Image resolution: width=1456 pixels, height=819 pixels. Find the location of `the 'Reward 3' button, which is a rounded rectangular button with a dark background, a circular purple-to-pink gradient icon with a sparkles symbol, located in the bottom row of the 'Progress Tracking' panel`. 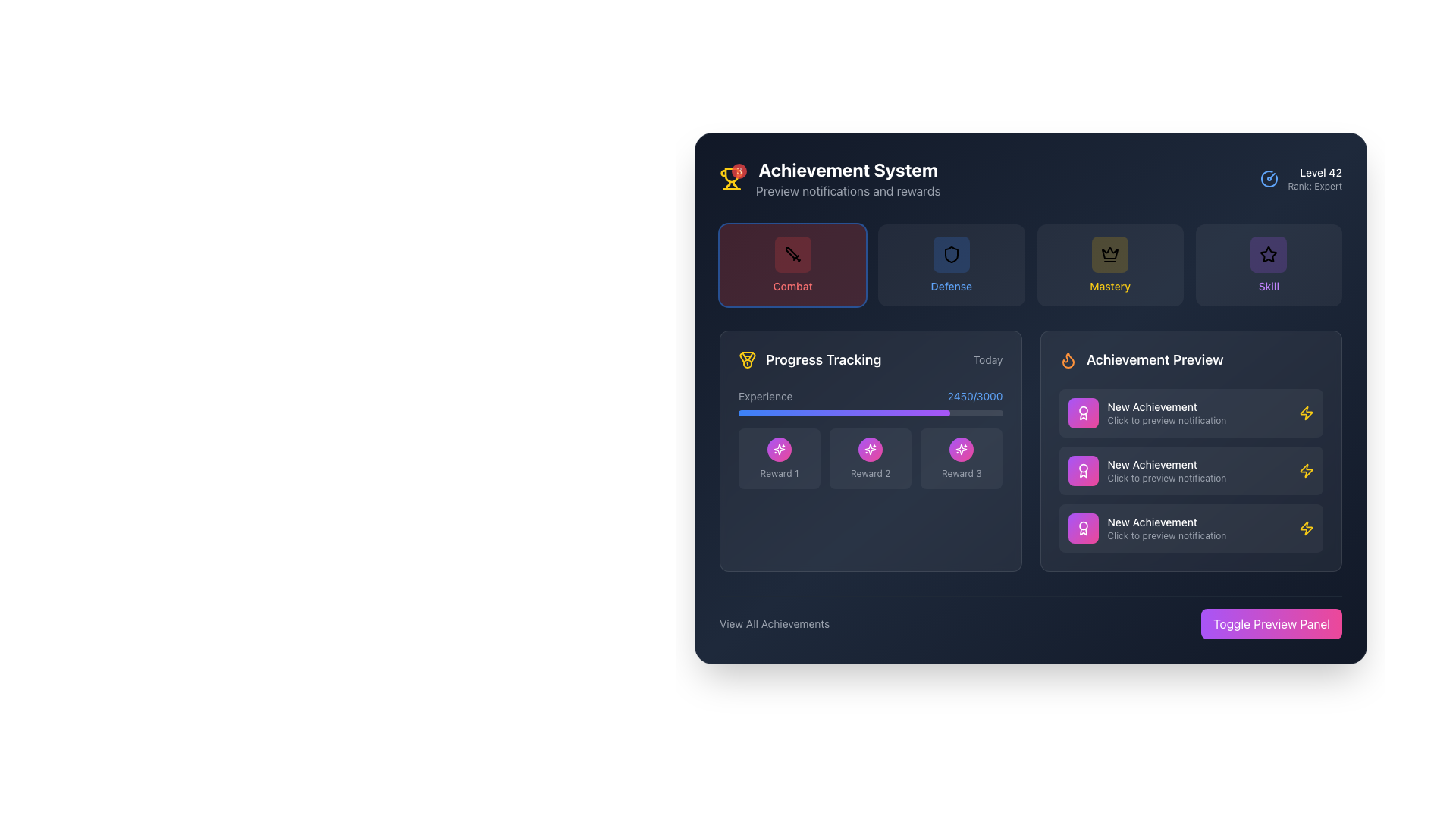

the 'Reward 3' button, which is a rounded rectangular button with a dark background, a circular purple-to-pink gradient icon with a sparkles symbol, located in the bottom row of the 'Progress Tracking' panel is located at coordinates (961, 458).